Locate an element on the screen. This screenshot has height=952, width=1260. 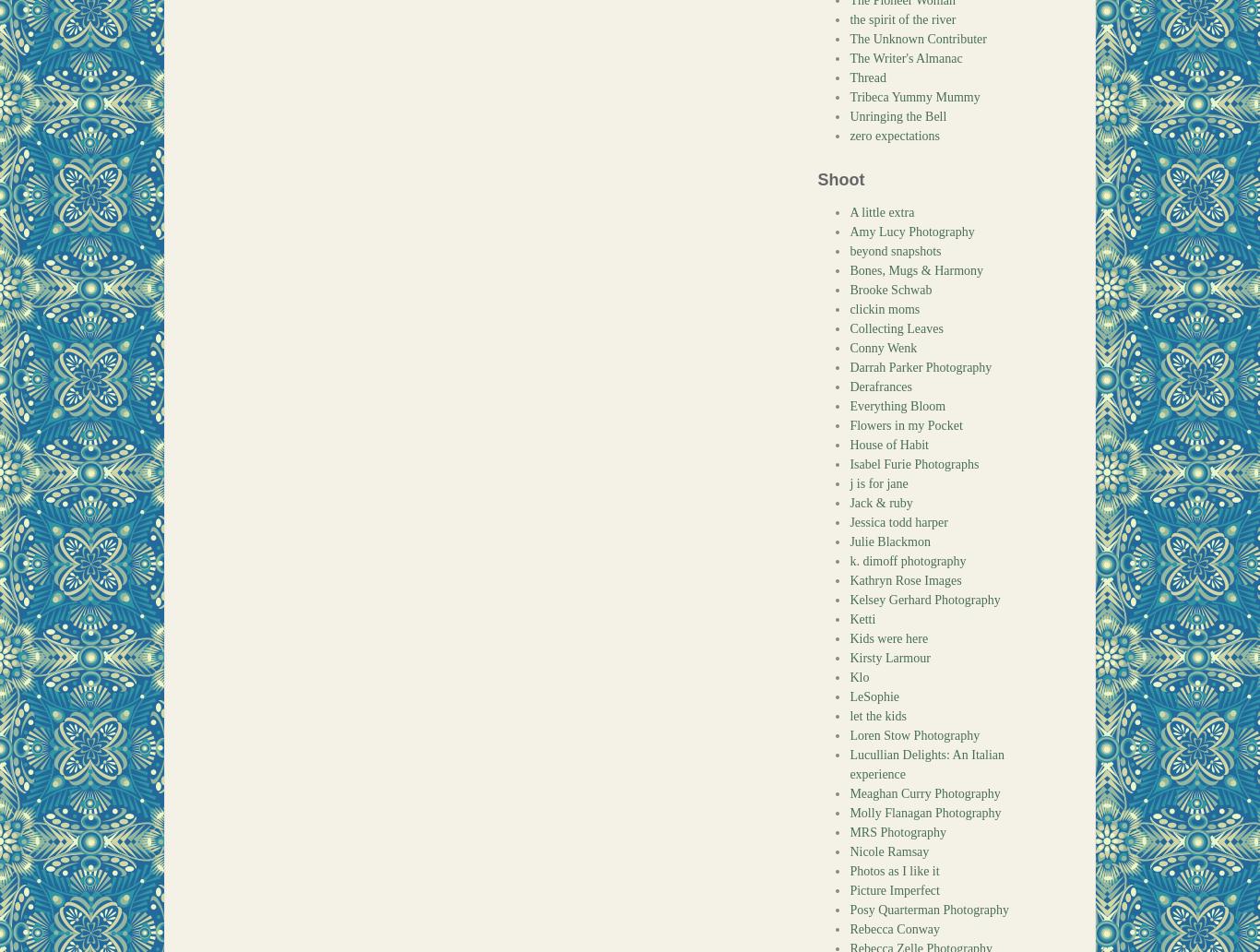
'Everything Bloom' is located at coordinates (849, 405).